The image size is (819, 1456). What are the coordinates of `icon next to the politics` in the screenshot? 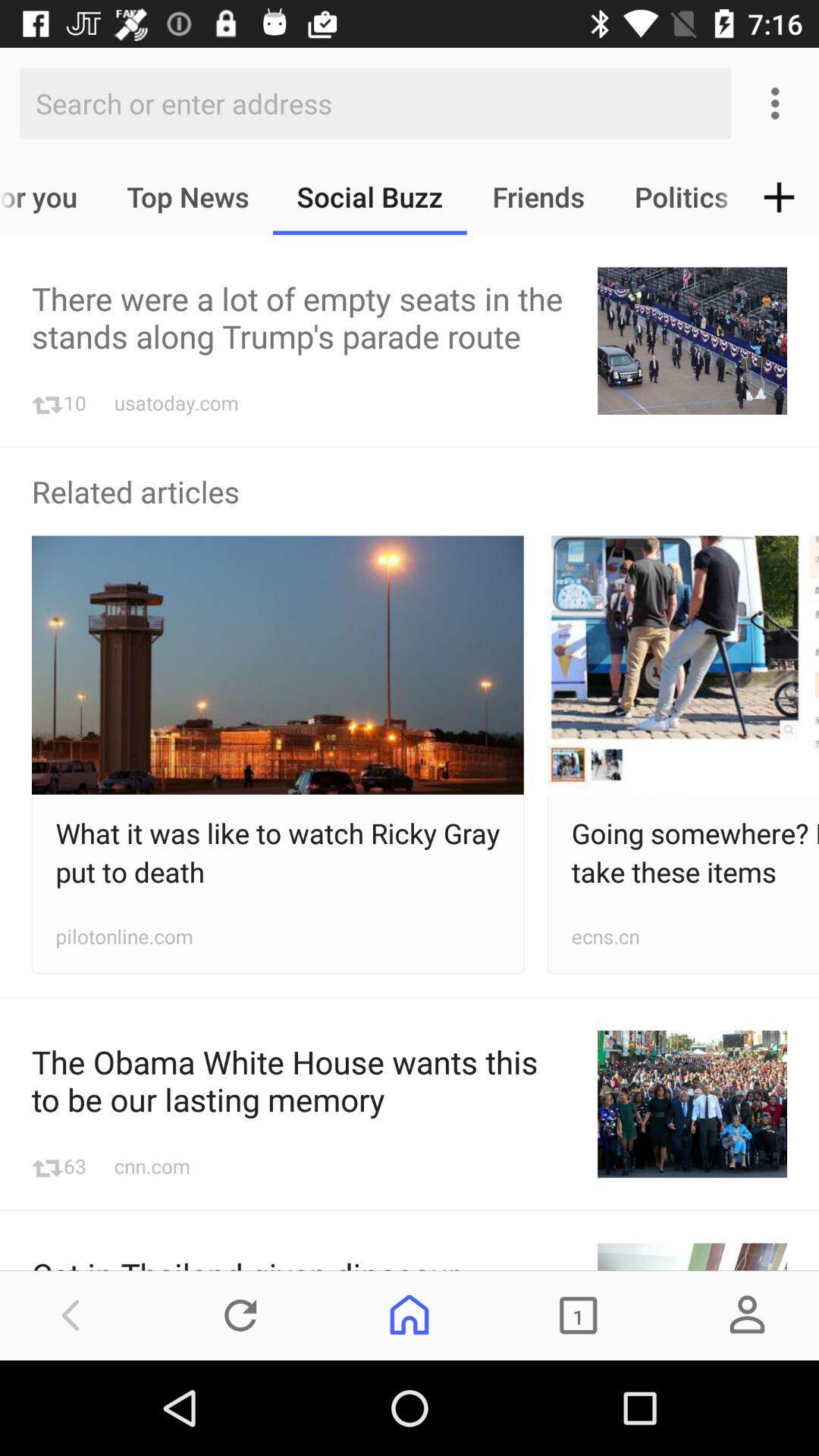 It's located at (779, 196).